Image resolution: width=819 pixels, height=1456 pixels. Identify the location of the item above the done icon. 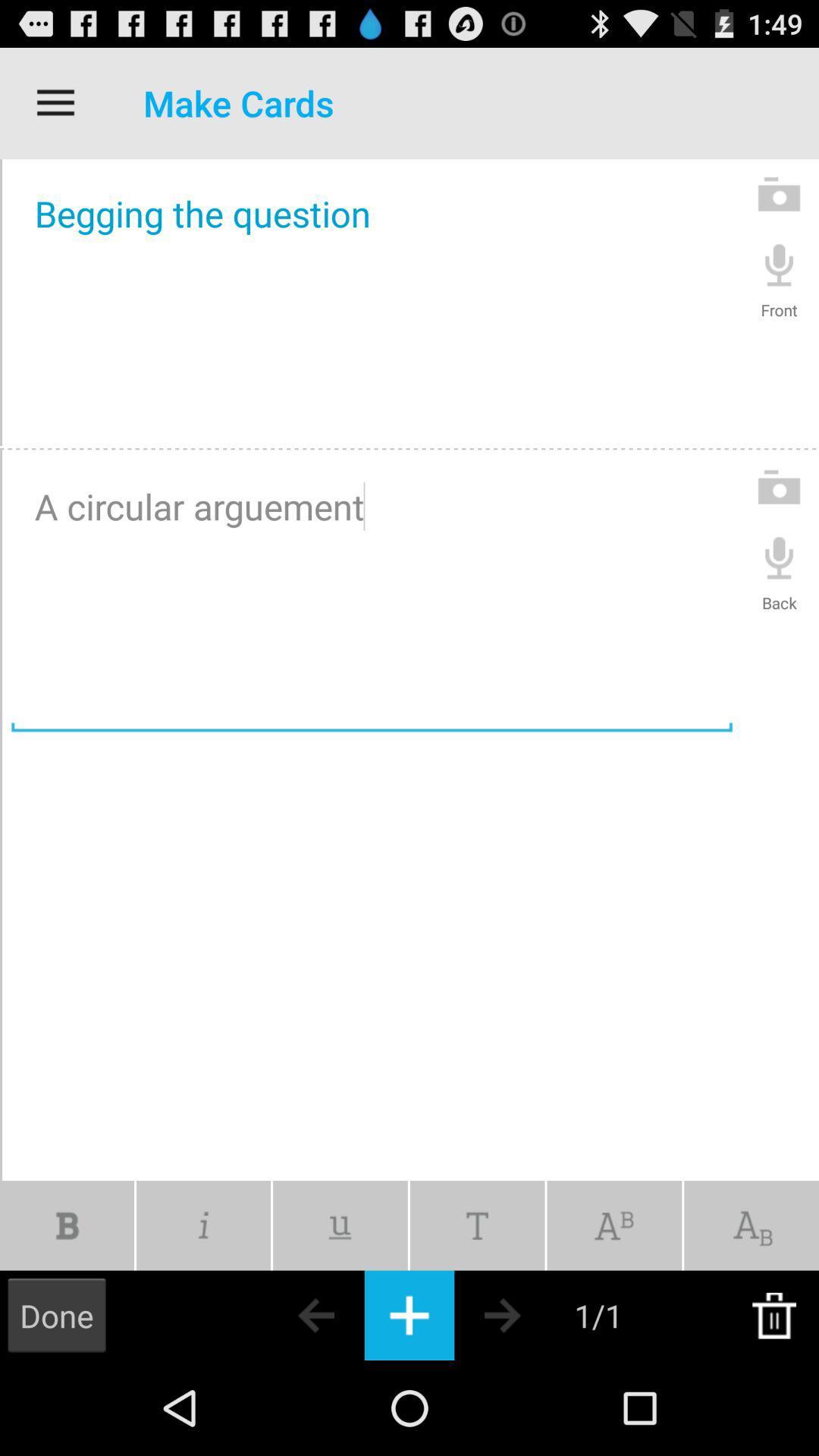
(66, 1225).